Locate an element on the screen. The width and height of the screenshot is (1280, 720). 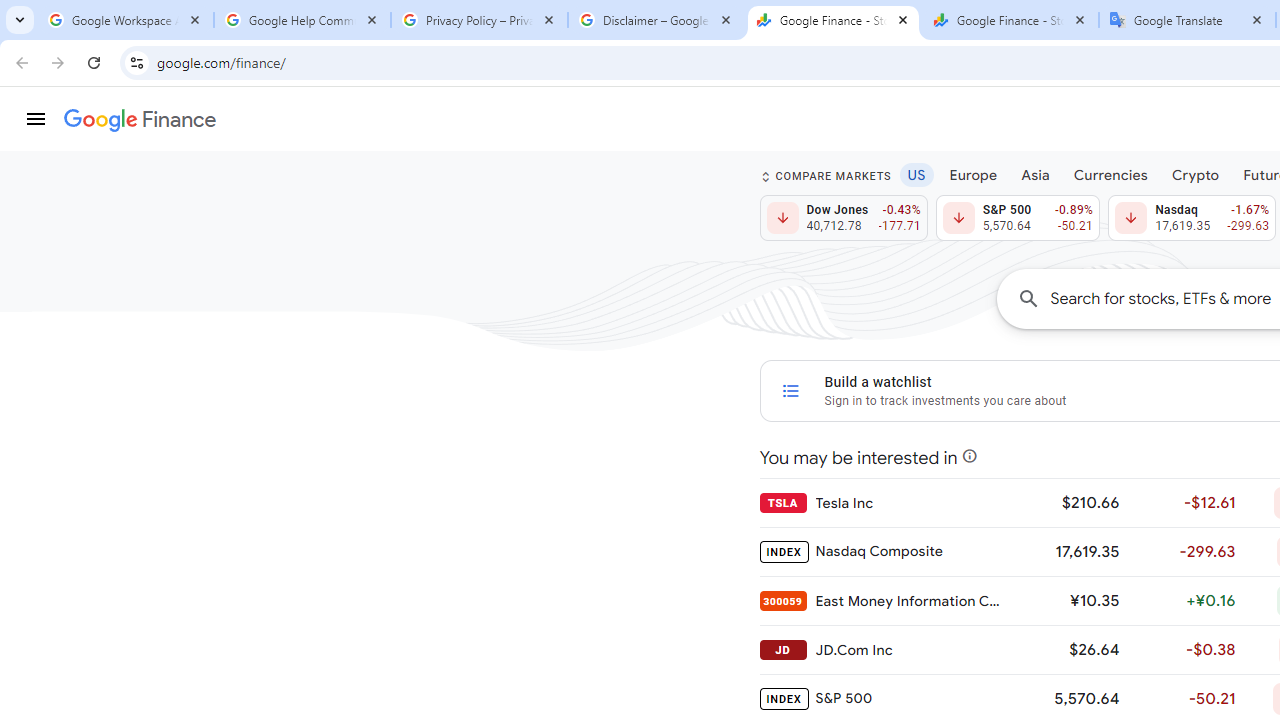
'Main menu' is located at coordinates (35, 119).